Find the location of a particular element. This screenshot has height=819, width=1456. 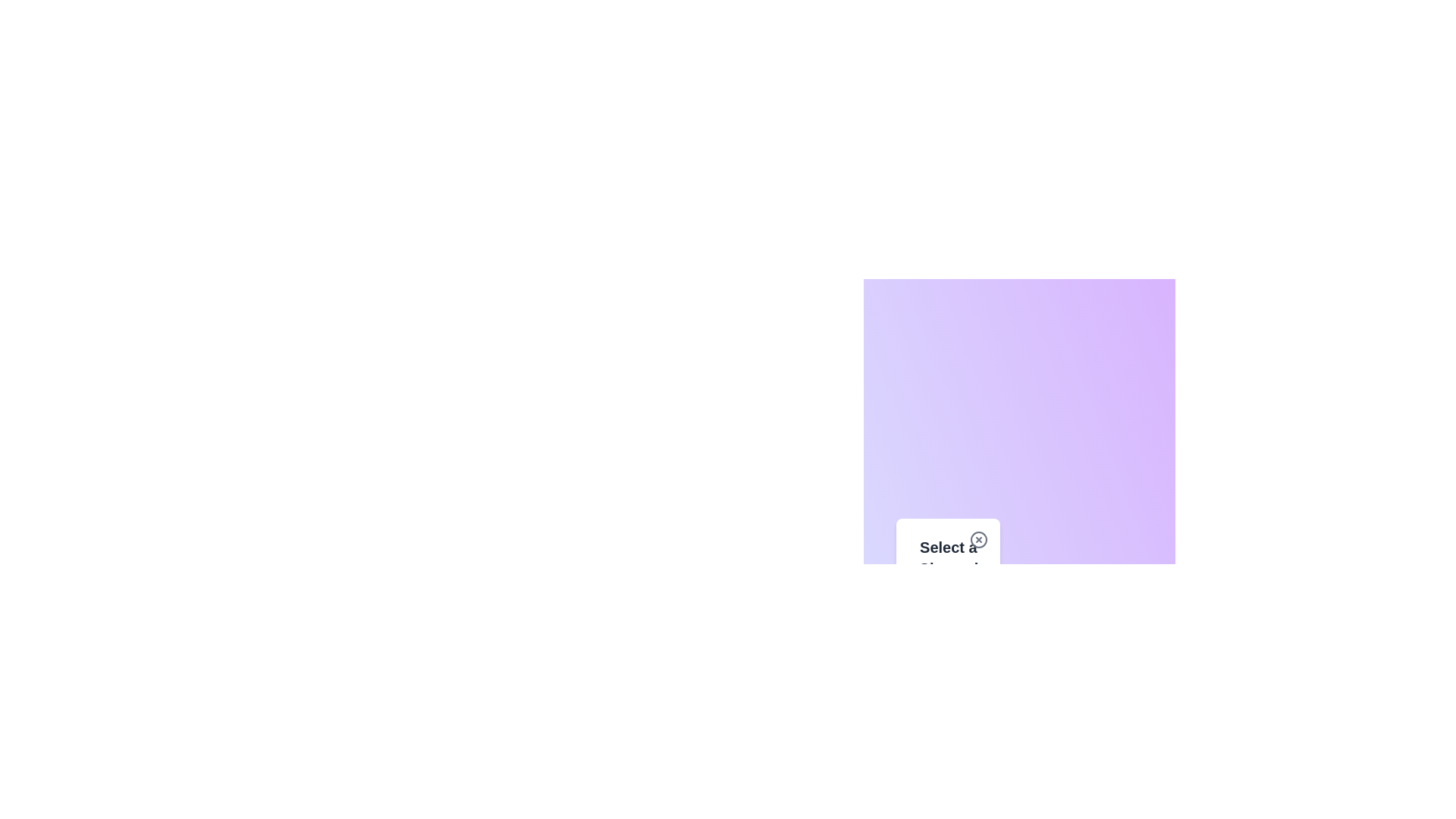

the circular icon button with an 'X' mark at its center, located at the top-right corner of the dialog box, to observe style changes is located at coordinates (979, 539).